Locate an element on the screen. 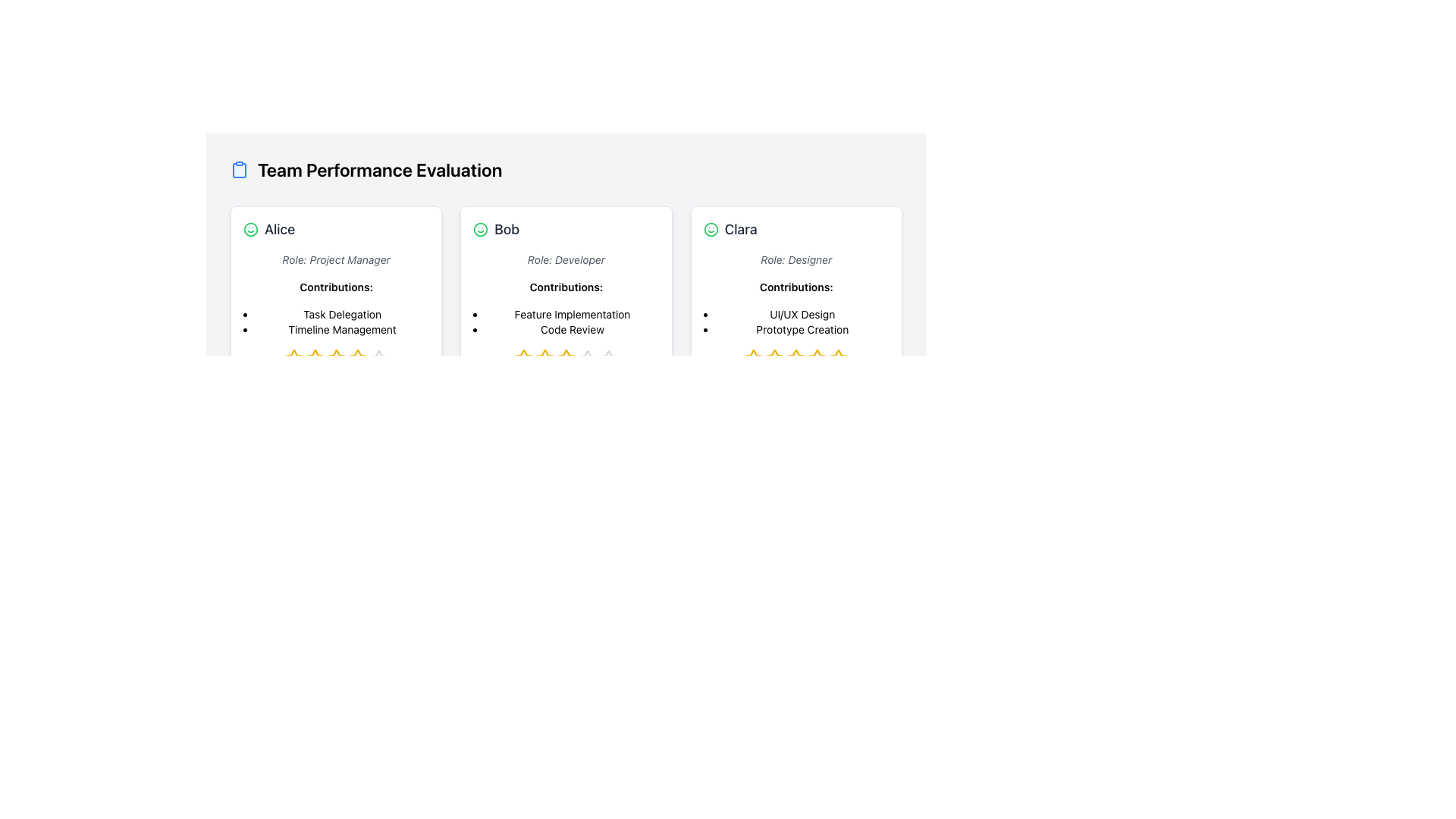 The image size is (1456, 819). visual representation of the rating system, which shows a 4 out of 5 stars rating for 'Alice's' performance, located at the lower section of the card titled 'Alice' in the 'Team Performance Evaluation' interface is located at coordinates (335, 359).